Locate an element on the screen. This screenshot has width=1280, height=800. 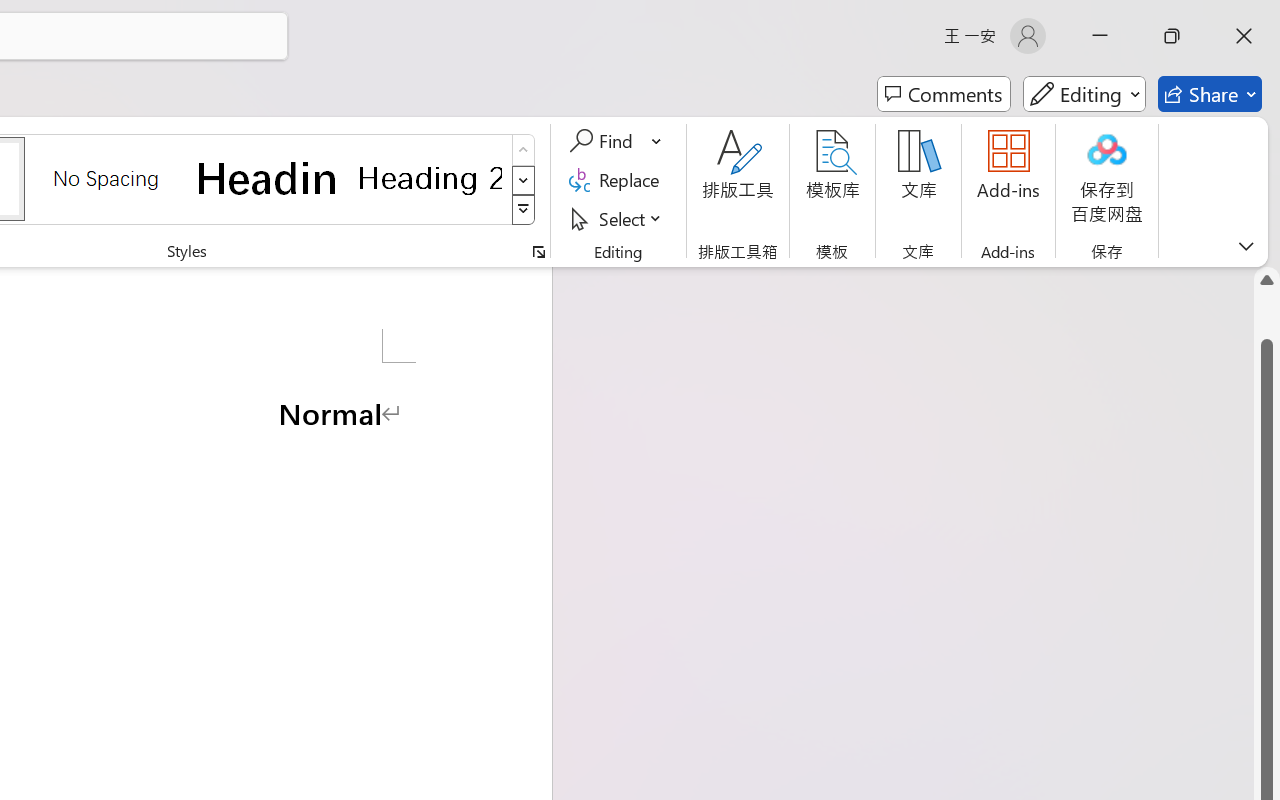
'Heading 1' is located at coordinates (267, 177).